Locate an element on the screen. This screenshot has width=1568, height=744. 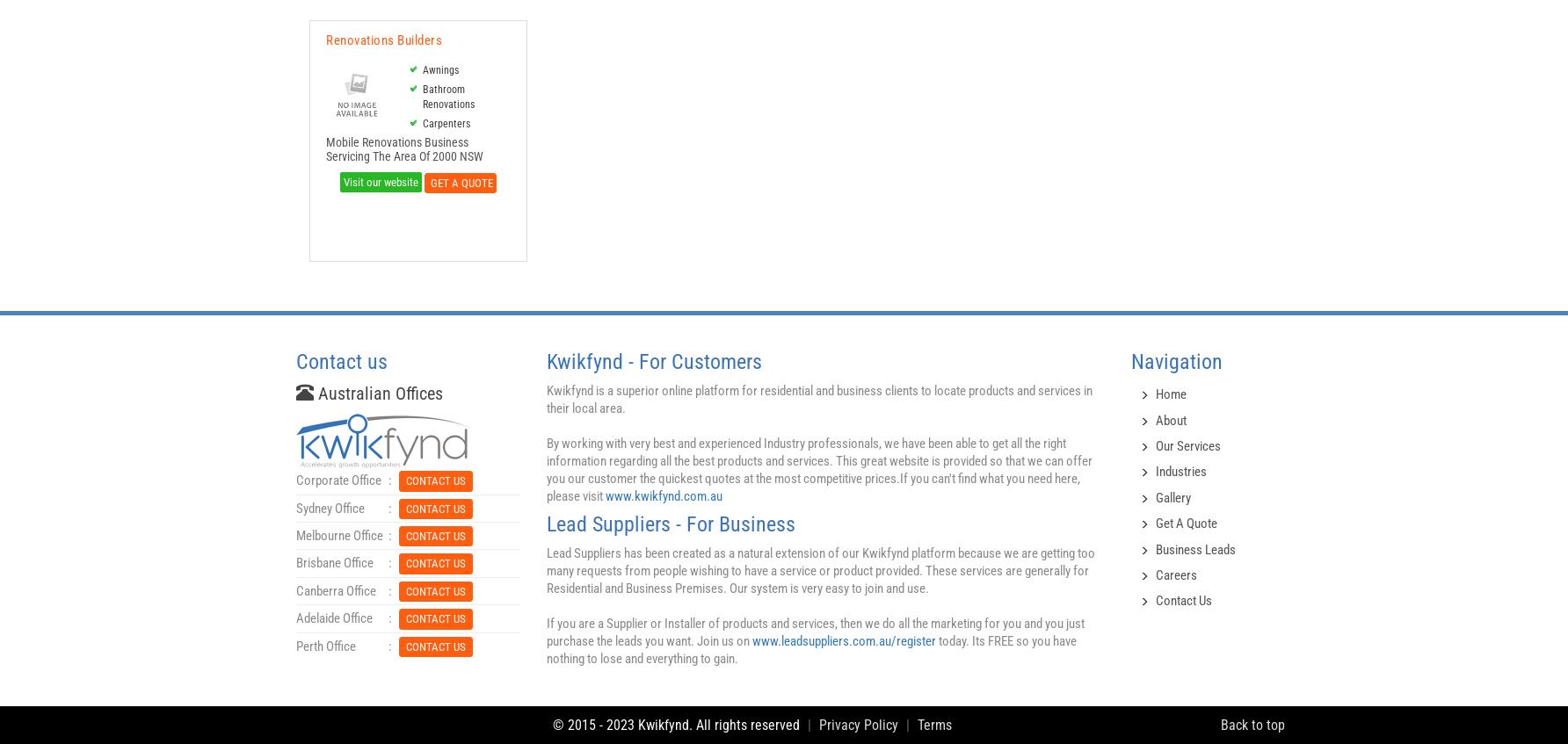
'Sydney Office' is located at coordinates (294, 507).